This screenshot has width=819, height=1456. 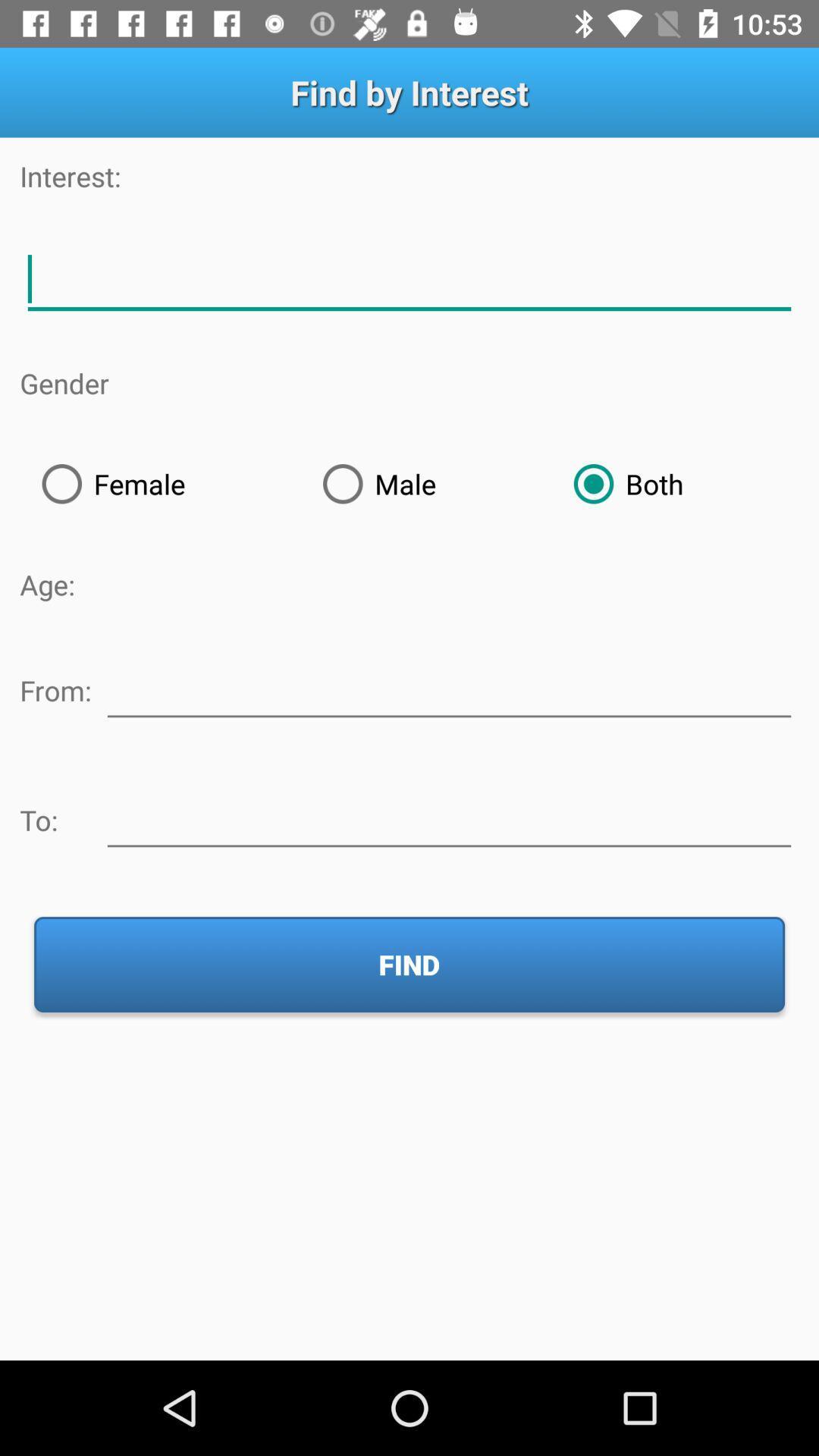 I want to click on female item, so click(x=160, y=483).